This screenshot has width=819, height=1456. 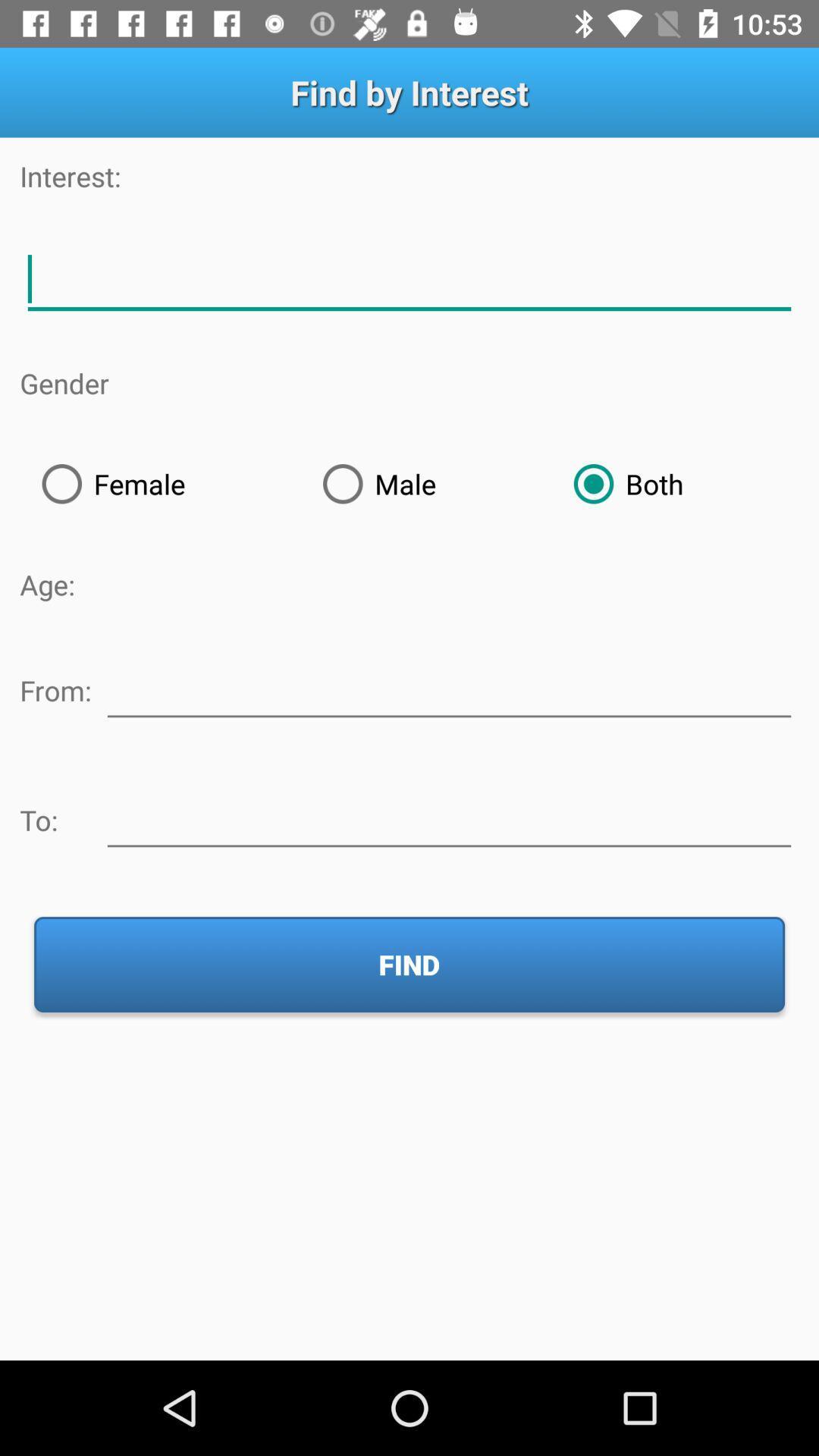 I want to click on female item, so click(x=160, y=483).